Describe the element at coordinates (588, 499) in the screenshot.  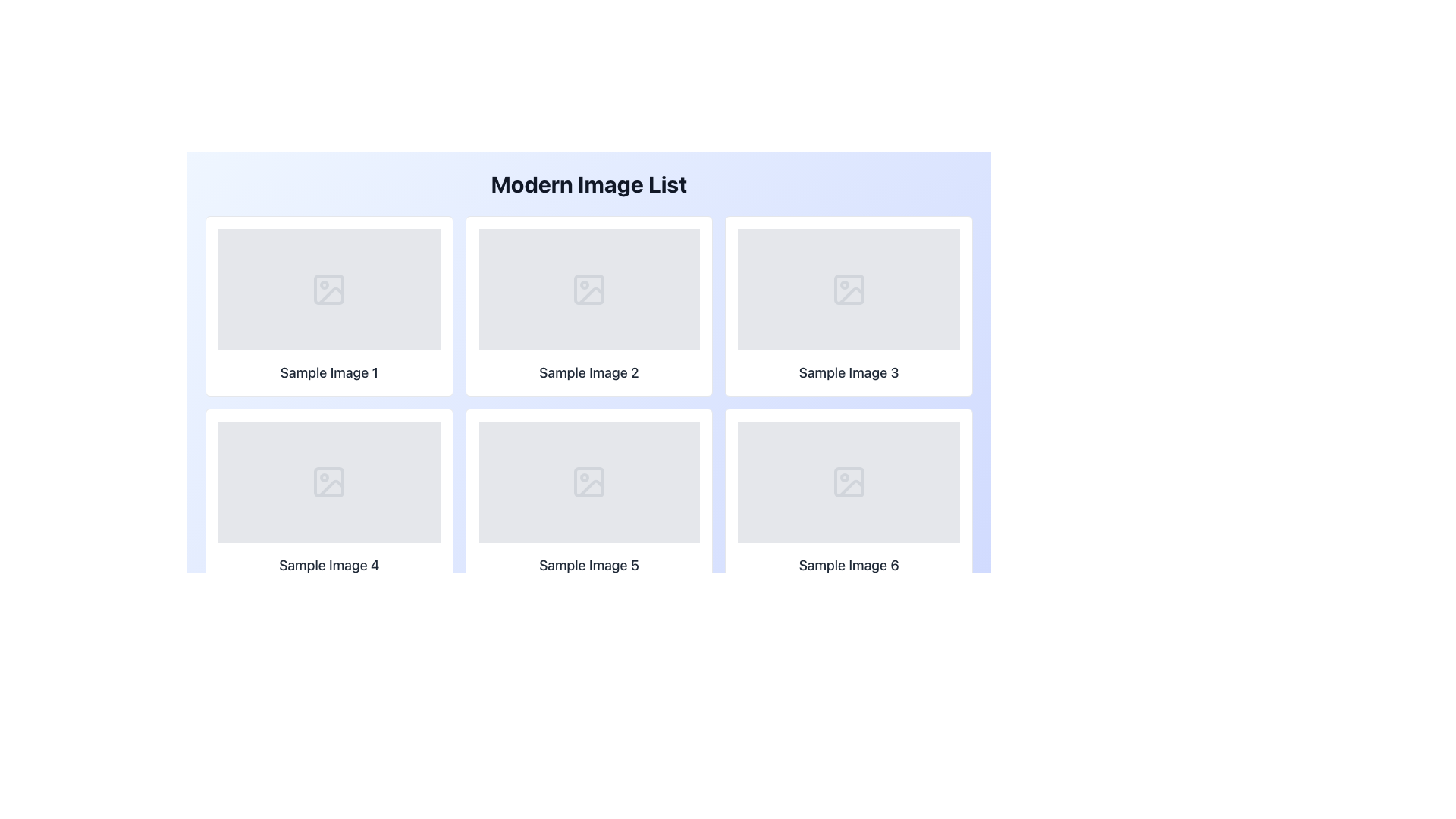
I see `the interactive image card located in the second row and second column of the grid layout` at that location.